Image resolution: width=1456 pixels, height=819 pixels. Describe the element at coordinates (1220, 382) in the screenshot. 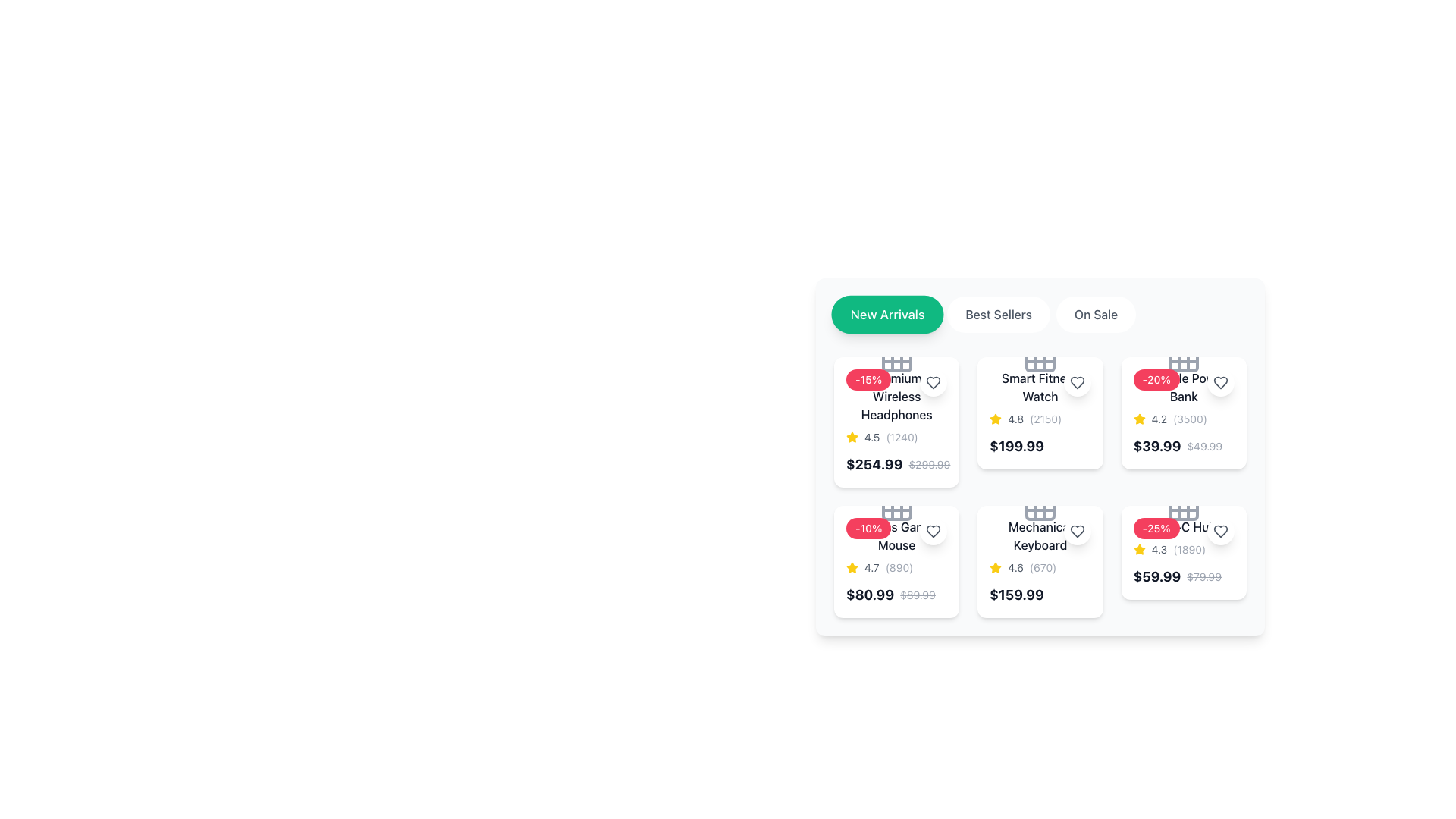

I see `the favorite button located in the top-right corner of the white card interface for the 'Portable Power Bank' product to mark it as a favorite` at that location.